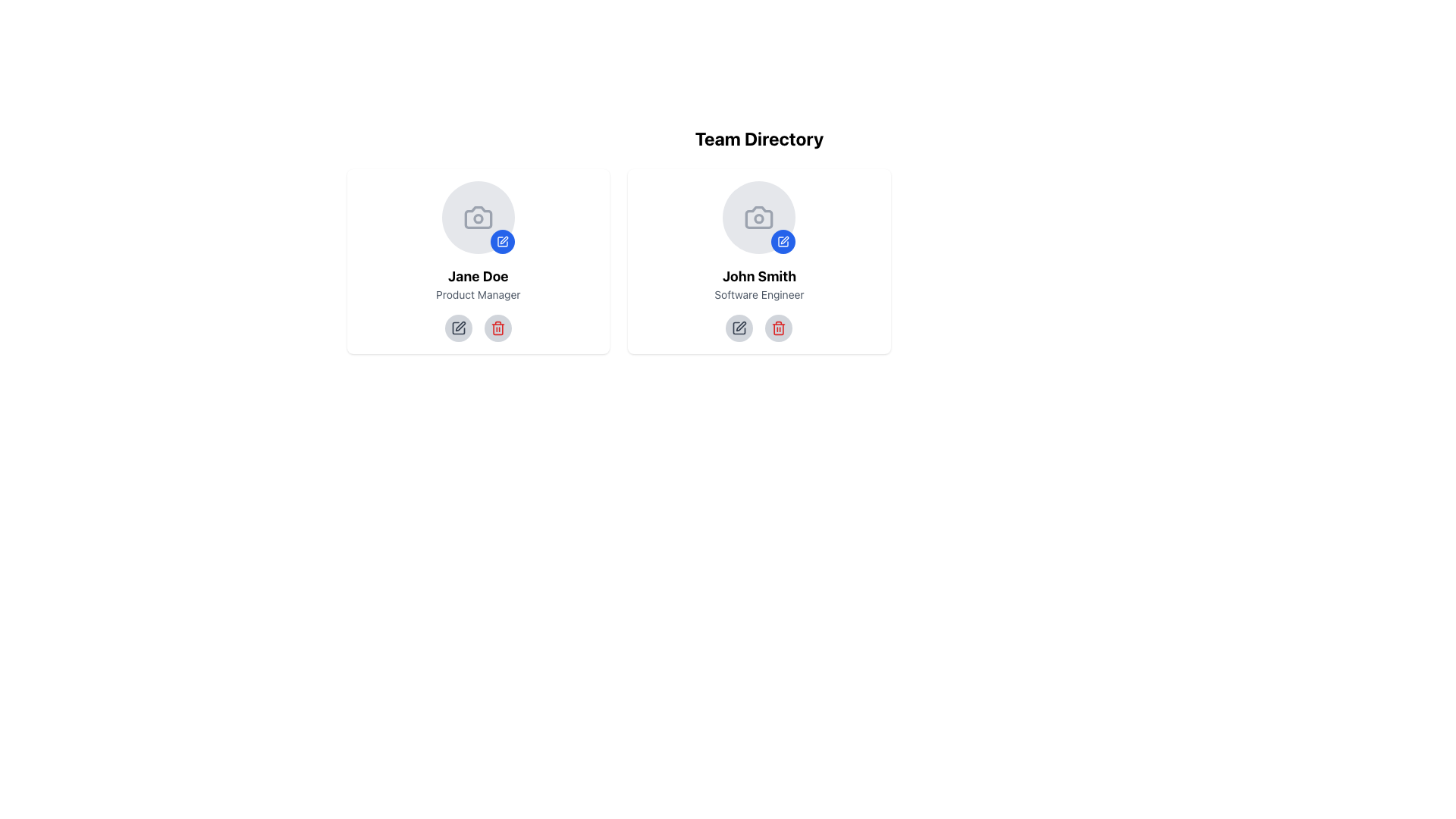  Describe the element at coordinates (785, 239) in the screenshot. I see `the small pen-shaped icon located within a blue circle, which represents an editing action, situated in the top right quadrant of the profile image within the John Smith card` at that location.